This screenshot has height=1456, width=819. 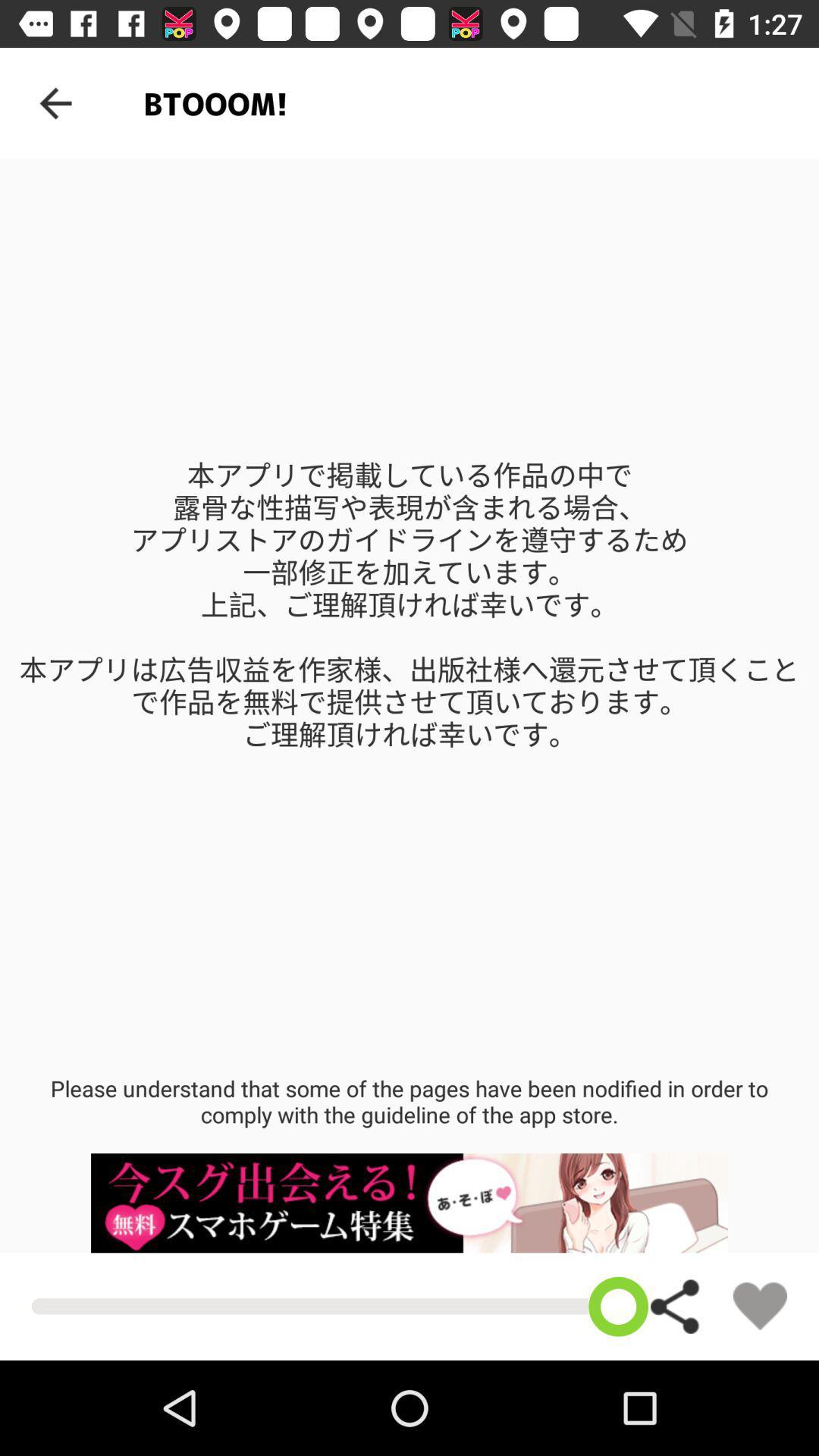 I want to click on share the article, so click(x=675, y=1306).